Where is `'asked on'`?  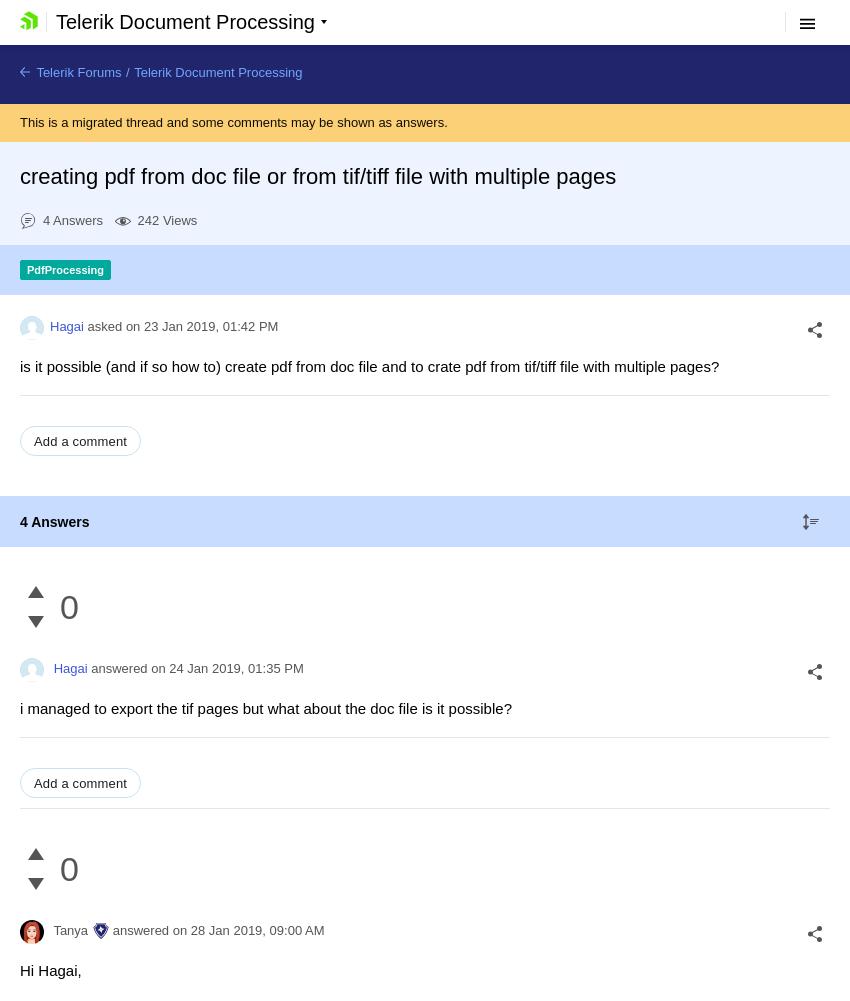
'asked on' is located at coordinates (111, 326).